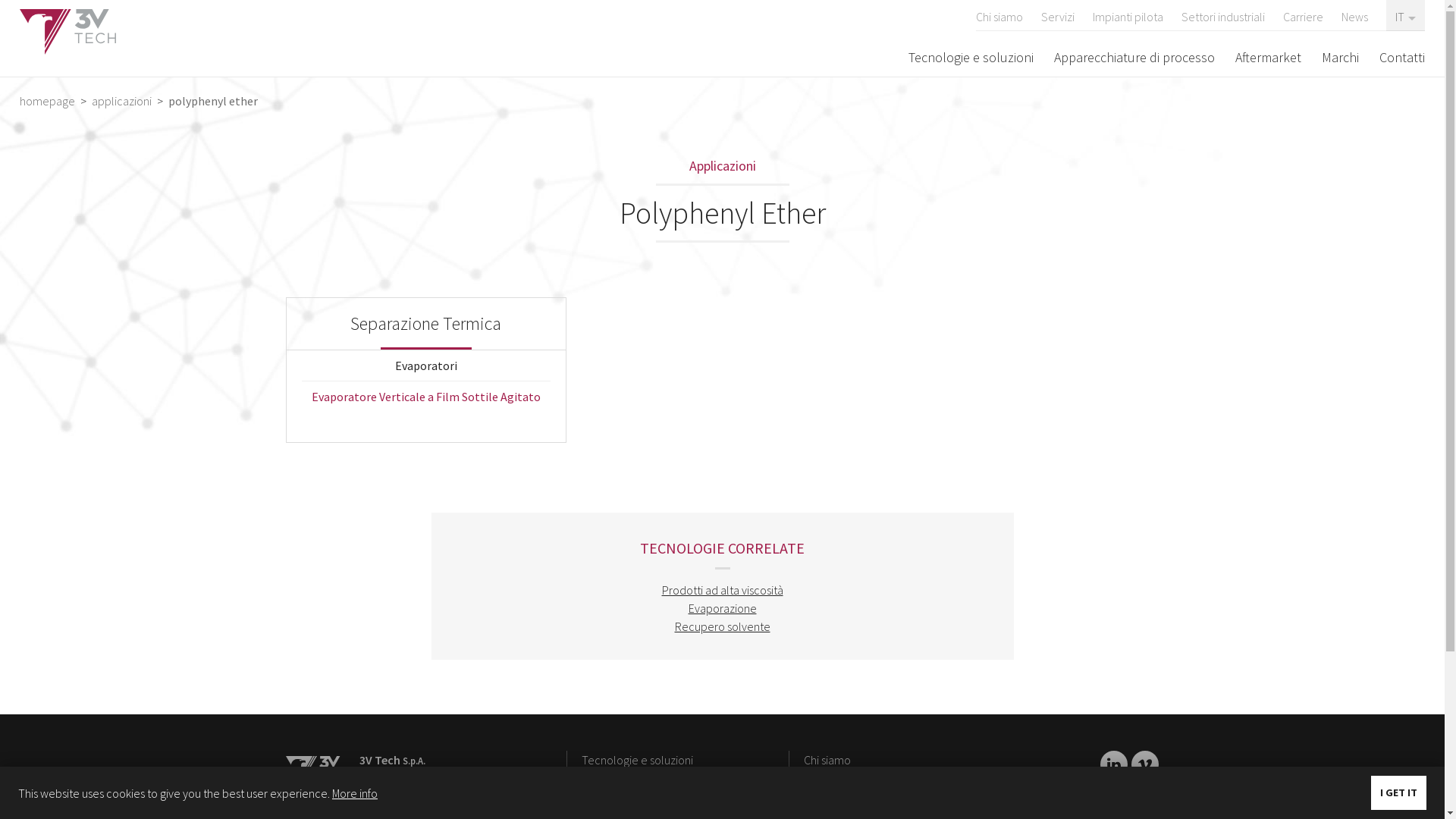  What do you see at coordinates (1134, 55) in the screenshot?
I see `'Apparecchiature di processo'` at bounding box center [1134, 55].